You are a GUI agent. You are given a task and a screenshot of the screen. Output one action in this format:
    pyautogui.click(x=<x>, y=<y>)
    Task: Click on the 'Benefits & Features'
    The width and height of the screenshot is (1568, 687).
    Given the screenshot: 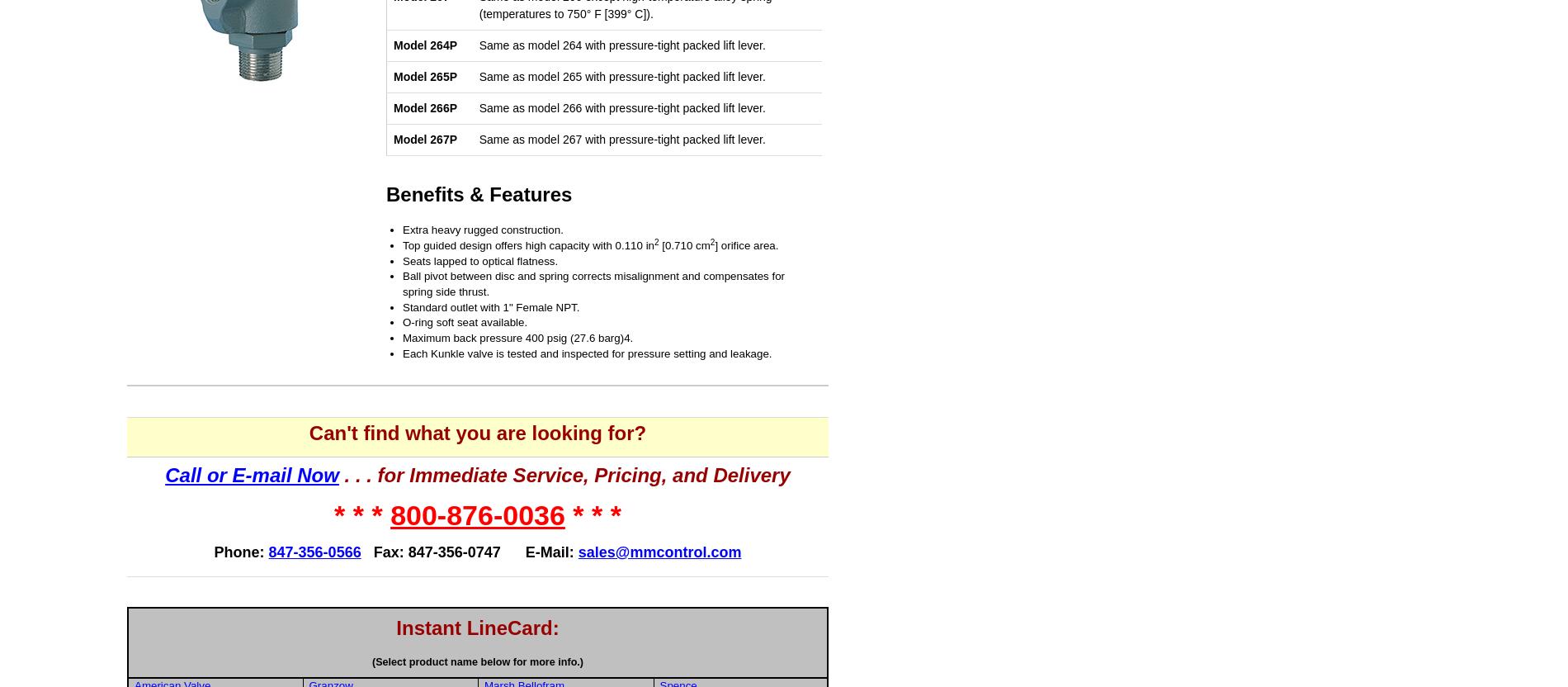 What is the action you would take?
    pyautogui.click(x=479, y=194)
    